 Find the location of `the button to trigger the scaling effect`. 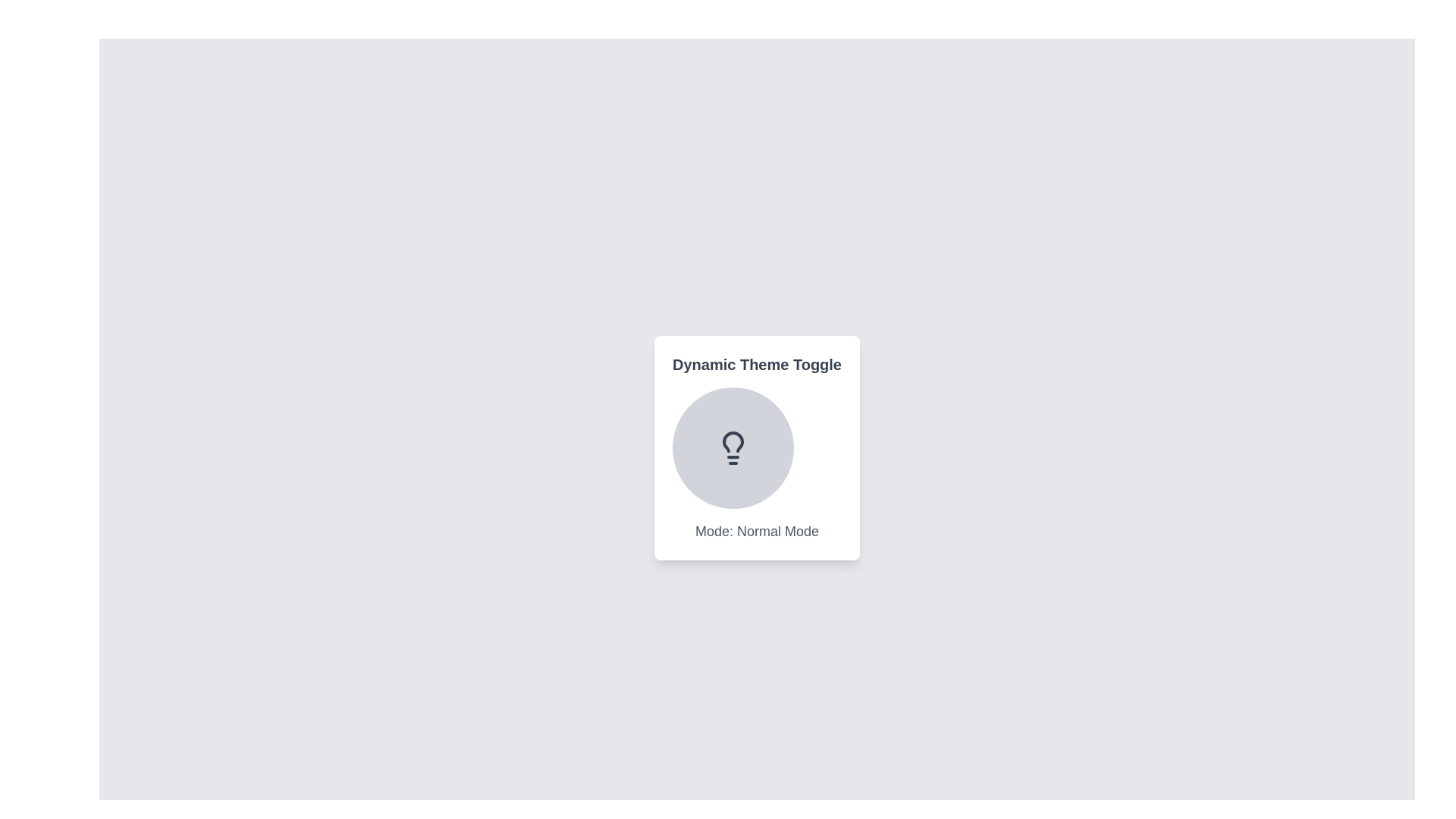

the button to trigger the scaling effect is located at coordinates (733, 447).